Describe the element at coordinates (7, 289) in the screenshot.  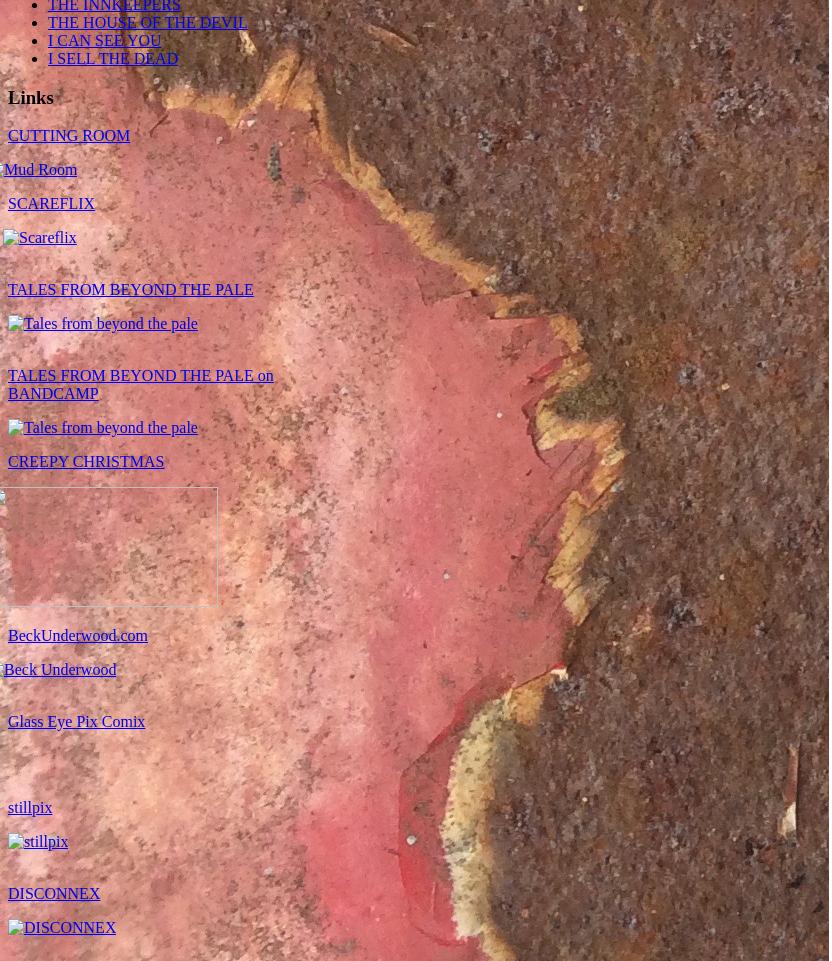
I see `'TALES FROM BEYOND THE PALE'` at that location.